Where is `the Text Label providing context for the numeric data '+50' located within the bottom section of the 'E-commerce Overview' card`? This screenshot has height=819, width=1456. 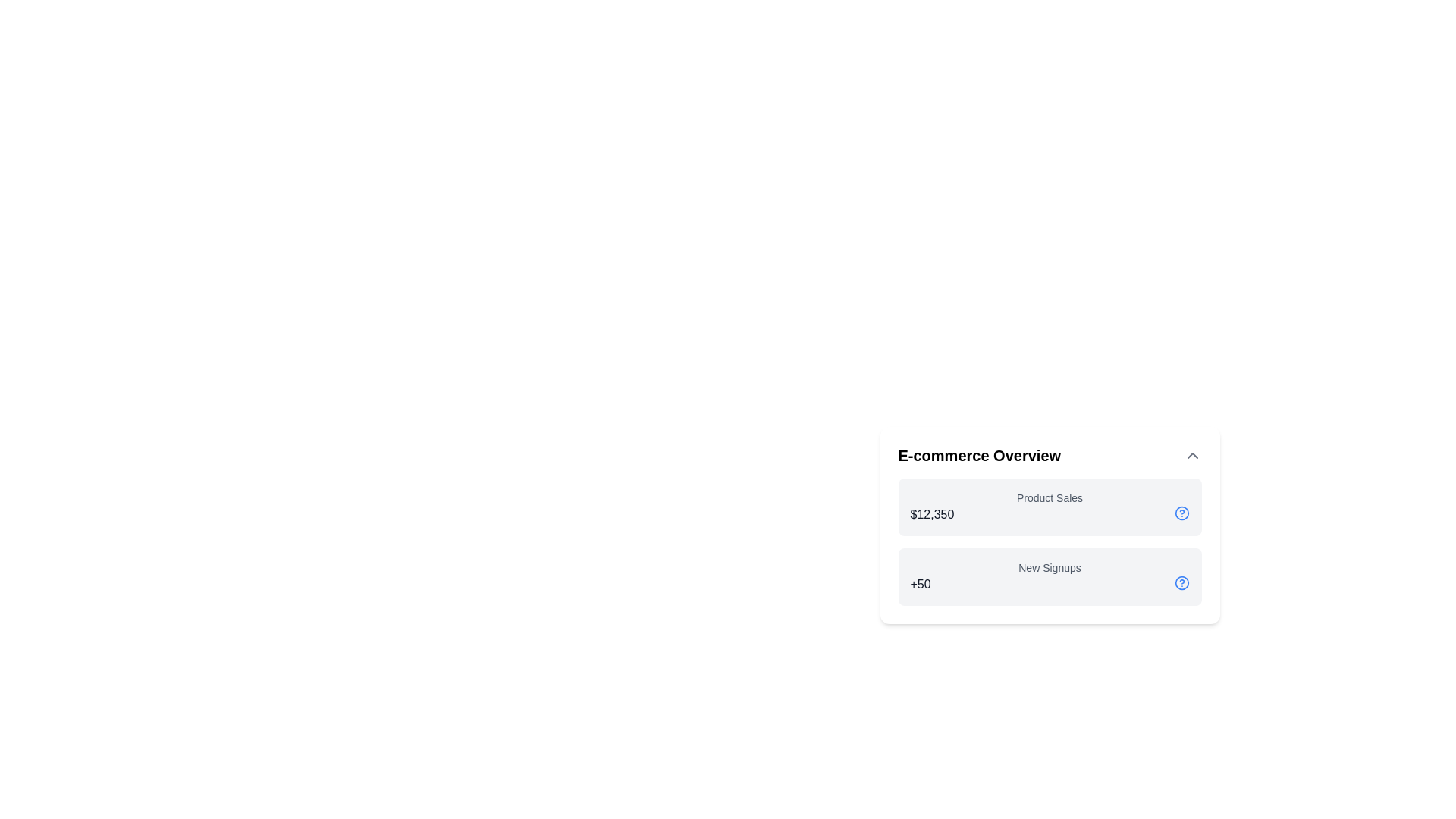
the Text Label providing context for the numeric data '+50' located within the bottom section of the 'E-commerce Overview' card is located at coordinates (1049, 567).